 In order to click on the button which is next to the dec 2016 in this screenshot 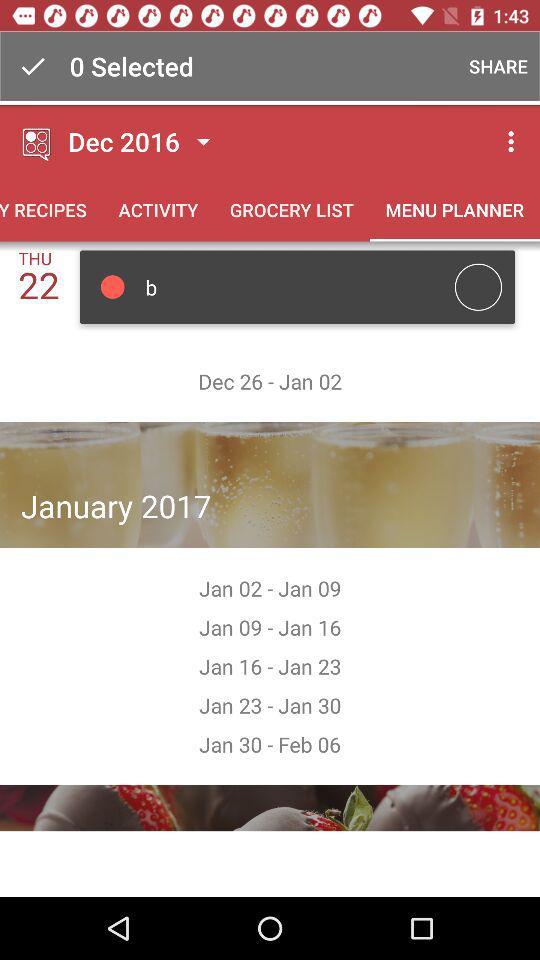, I will do `click(202, 140)`.